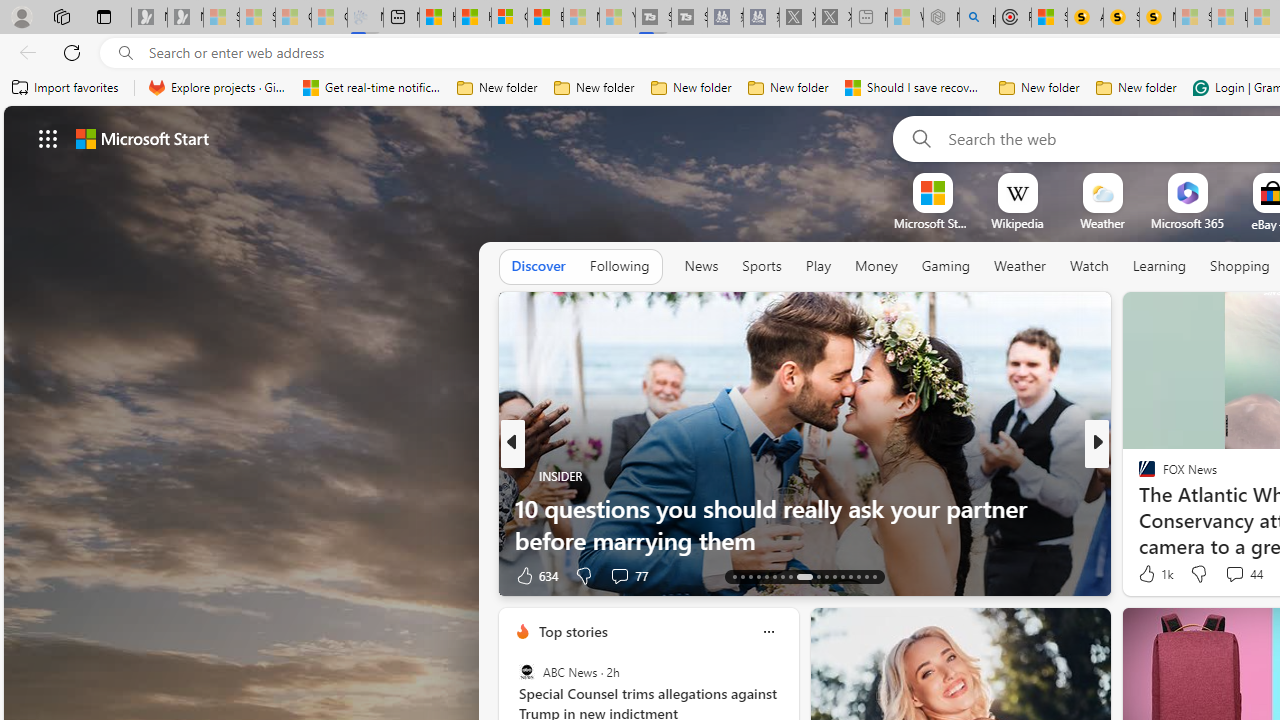  Describe the element at coordinates (1138, 506) in the screenshot. I see `'Fox Business'` at that location.